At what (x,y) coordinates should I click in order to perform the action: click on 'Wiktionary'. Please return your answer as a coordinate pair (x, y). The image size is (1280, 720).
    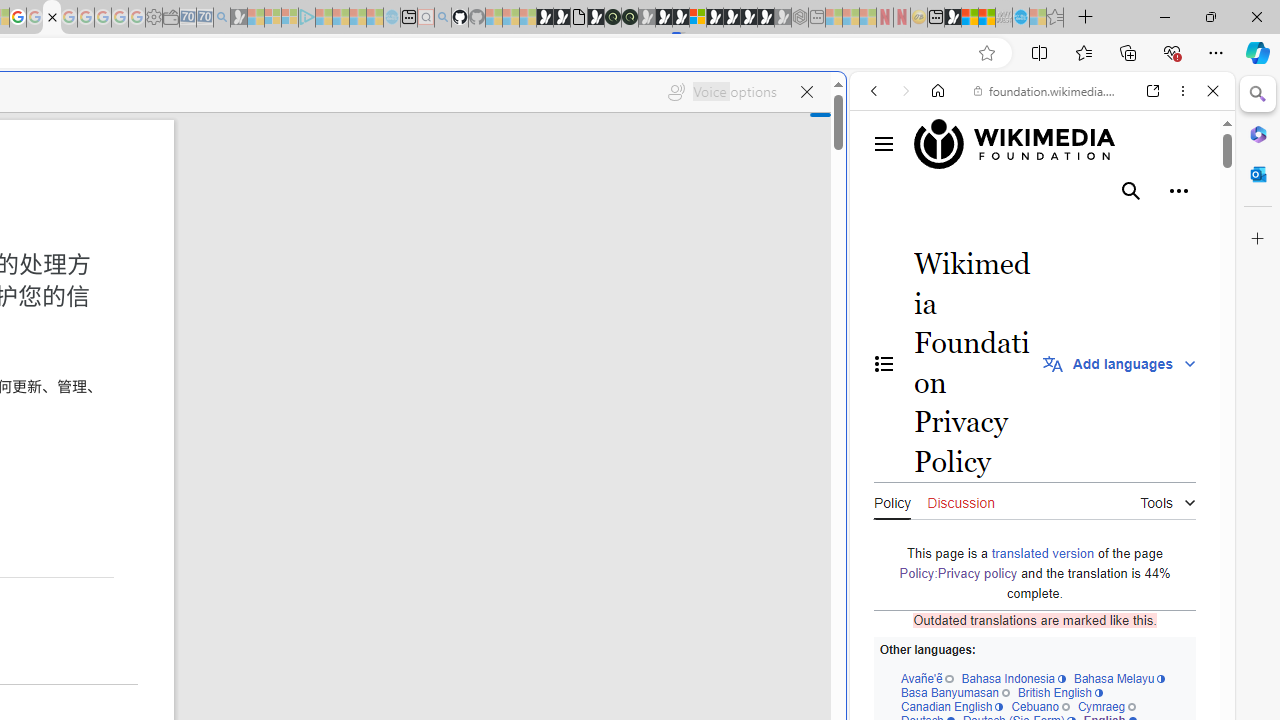
    Looking at the image, I should click on (1034, 669).